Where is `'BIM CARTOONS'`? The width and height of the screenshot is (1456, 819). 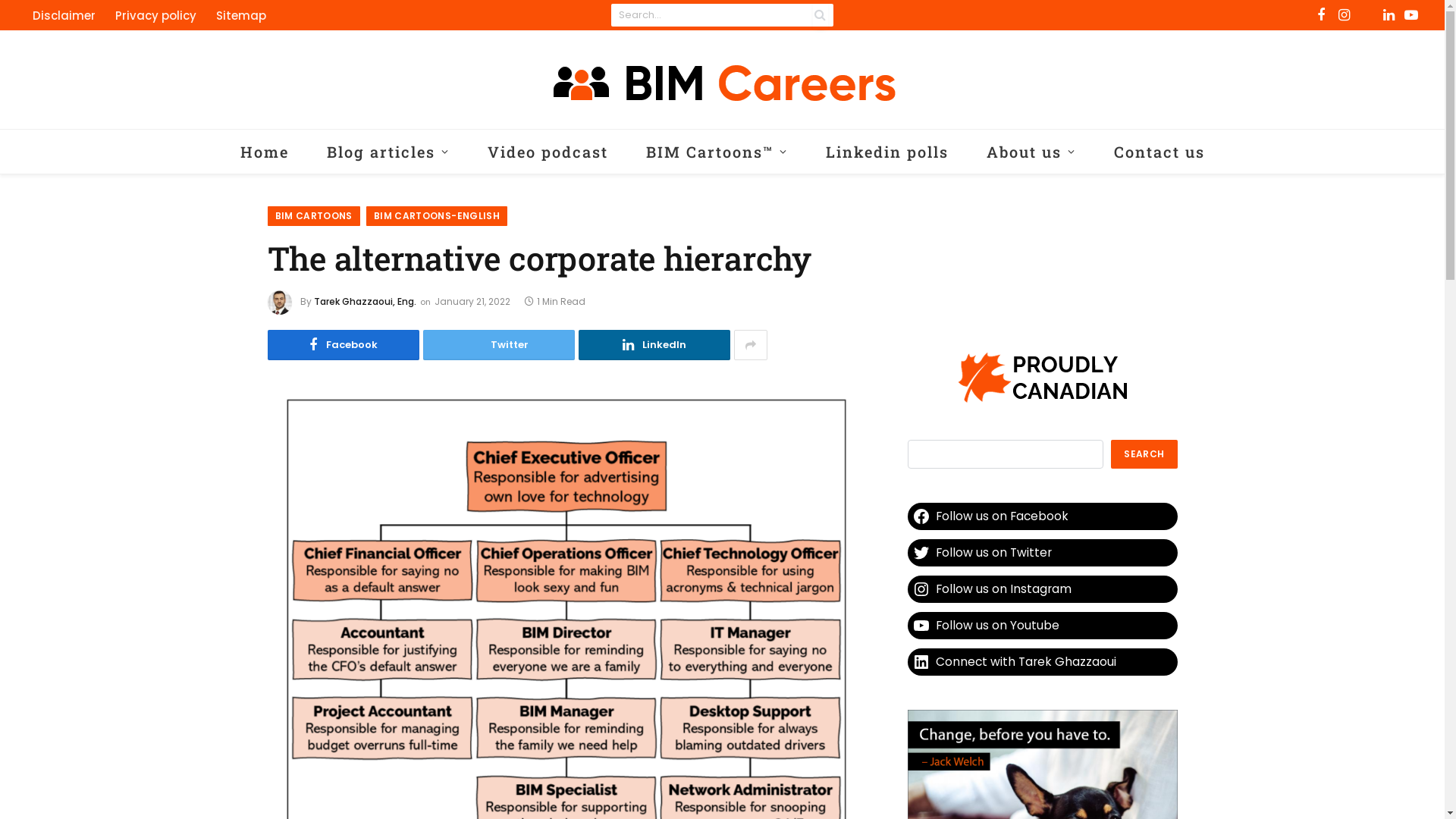
'BIM CARTOONS' is located at coordinates (312, 216).